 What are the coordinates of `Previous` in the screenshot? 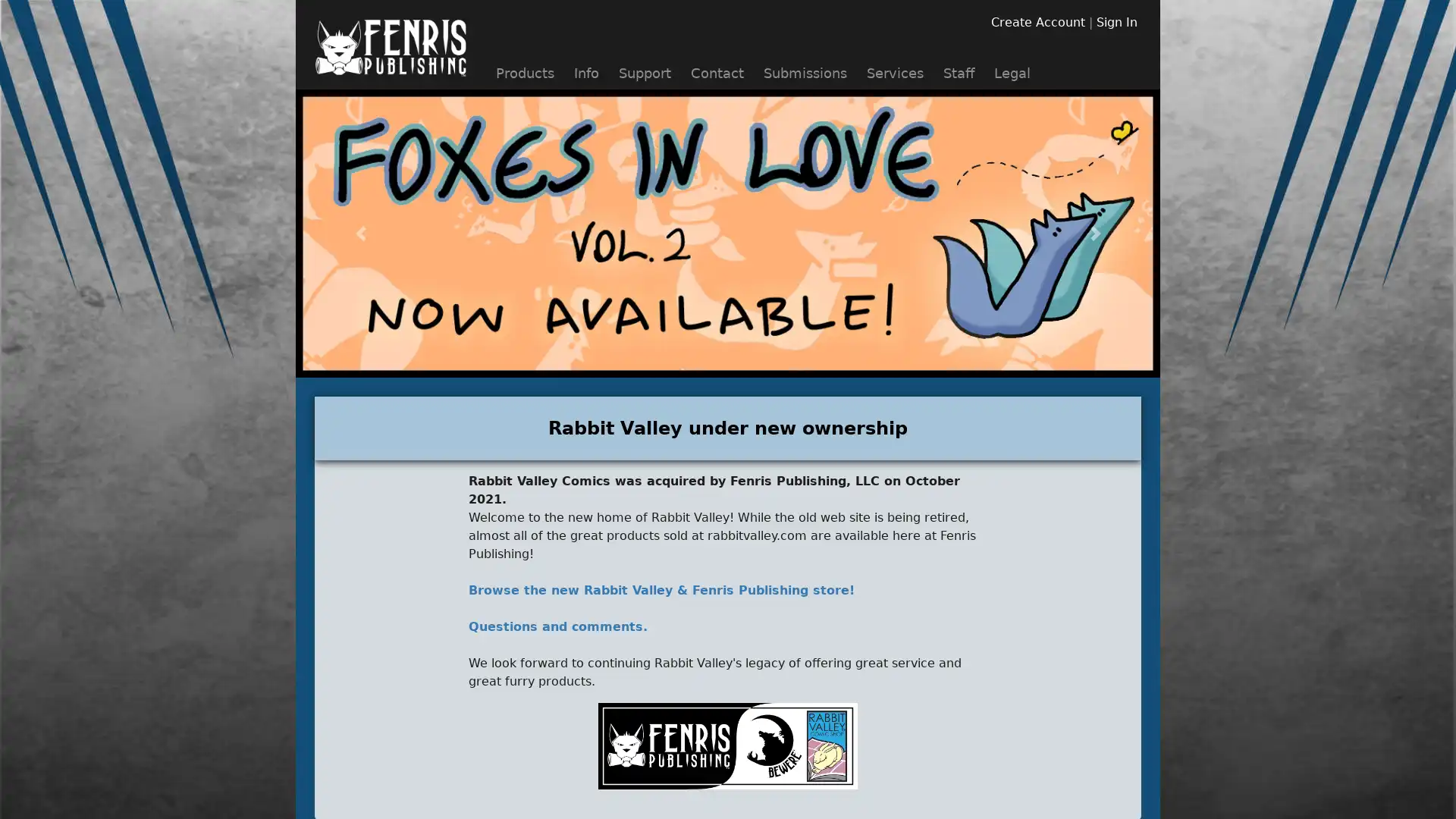 It's located at (359, 234).